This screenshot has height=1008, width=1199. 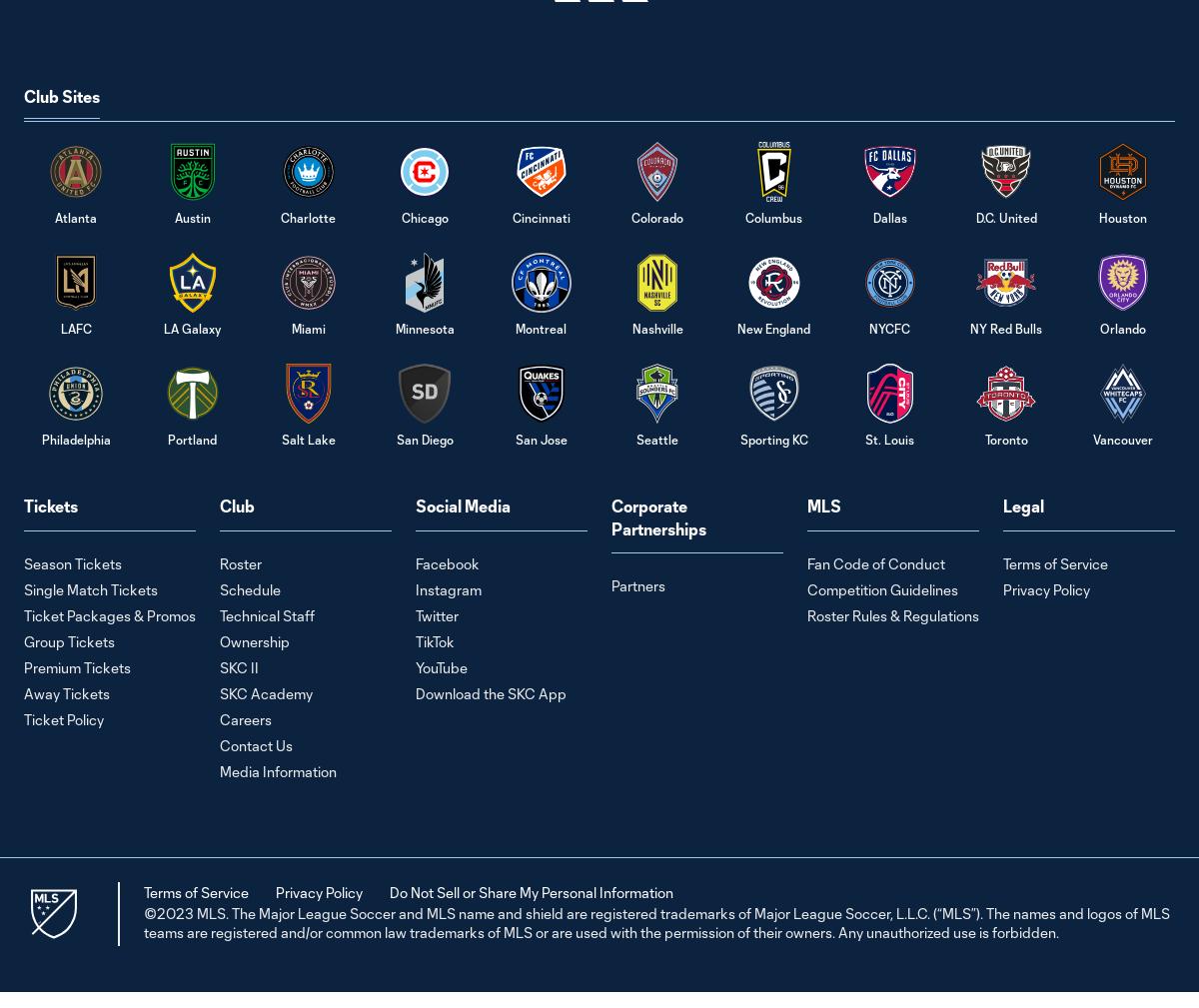 I want to click on 'Dallas', so click(x=888, y=217).